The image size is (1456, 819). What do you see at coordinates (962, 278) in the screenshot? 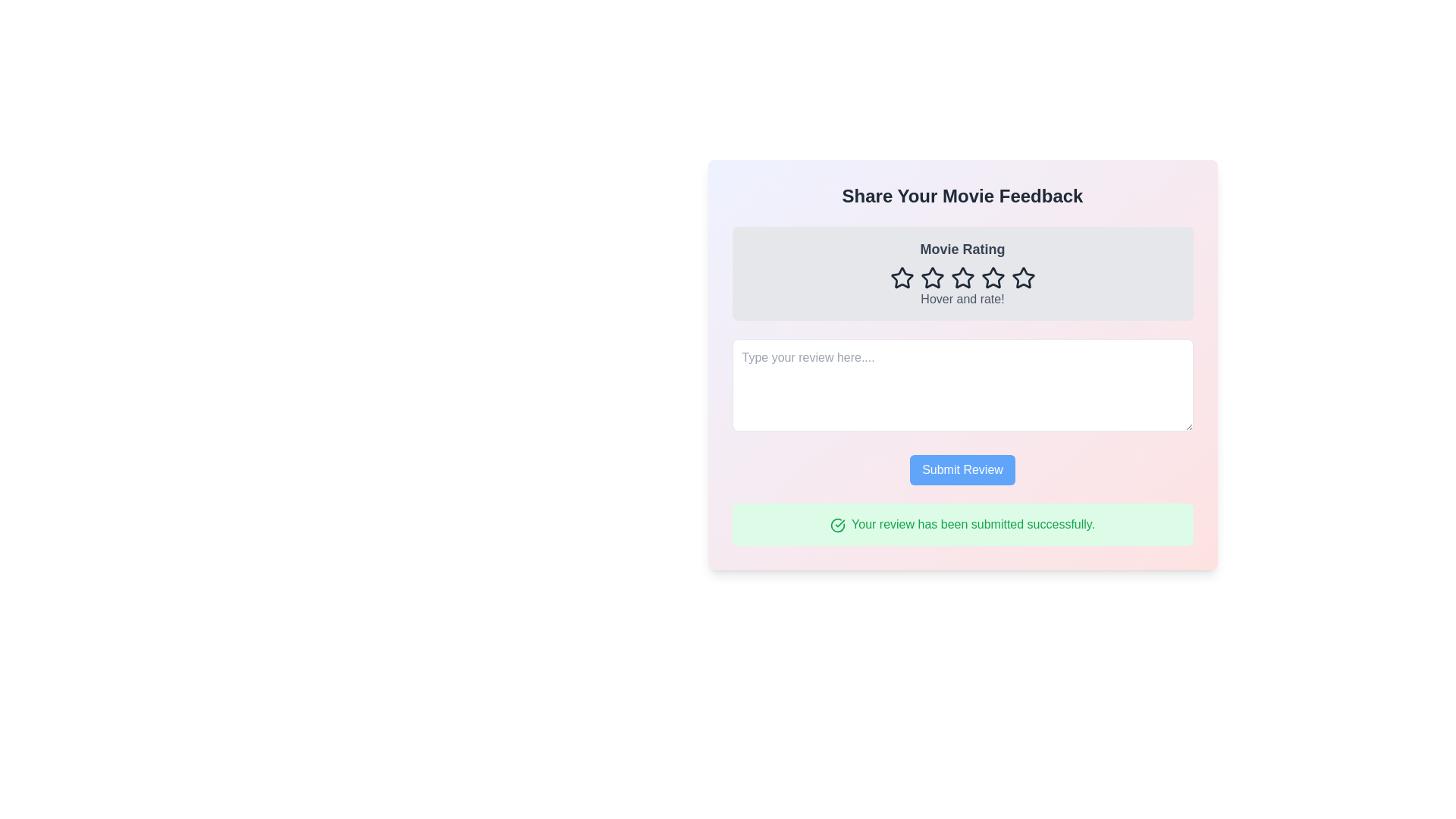
I see `the fourth star icon in the horizontal row of rating stars under the 'Movie Rating' label to rate it` at bounding box center [962, 278].